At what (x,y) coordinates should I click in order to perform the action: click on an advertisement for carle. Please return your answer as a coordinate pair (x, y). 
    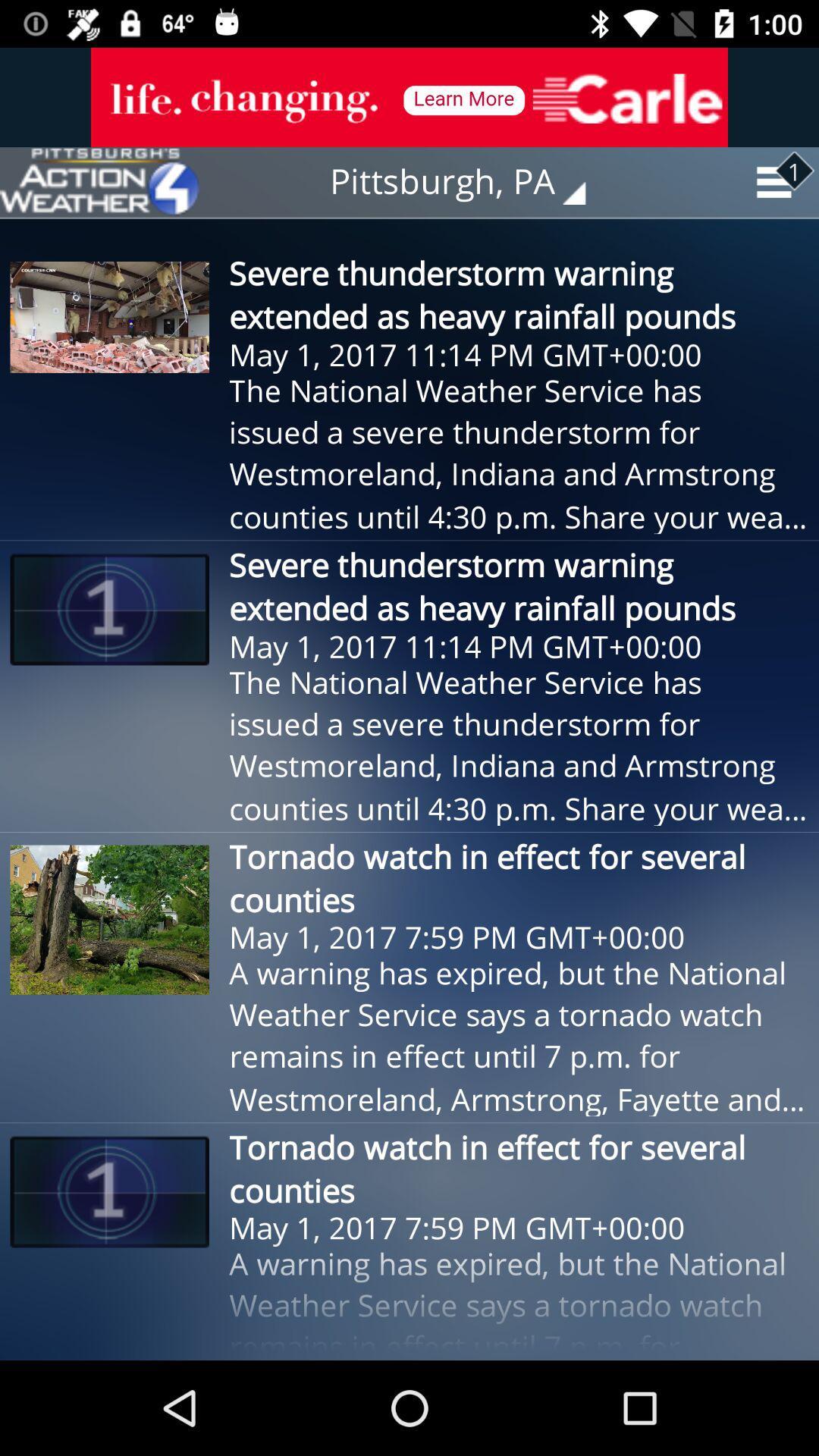
    Looking at the image, I should click on (409, 96).